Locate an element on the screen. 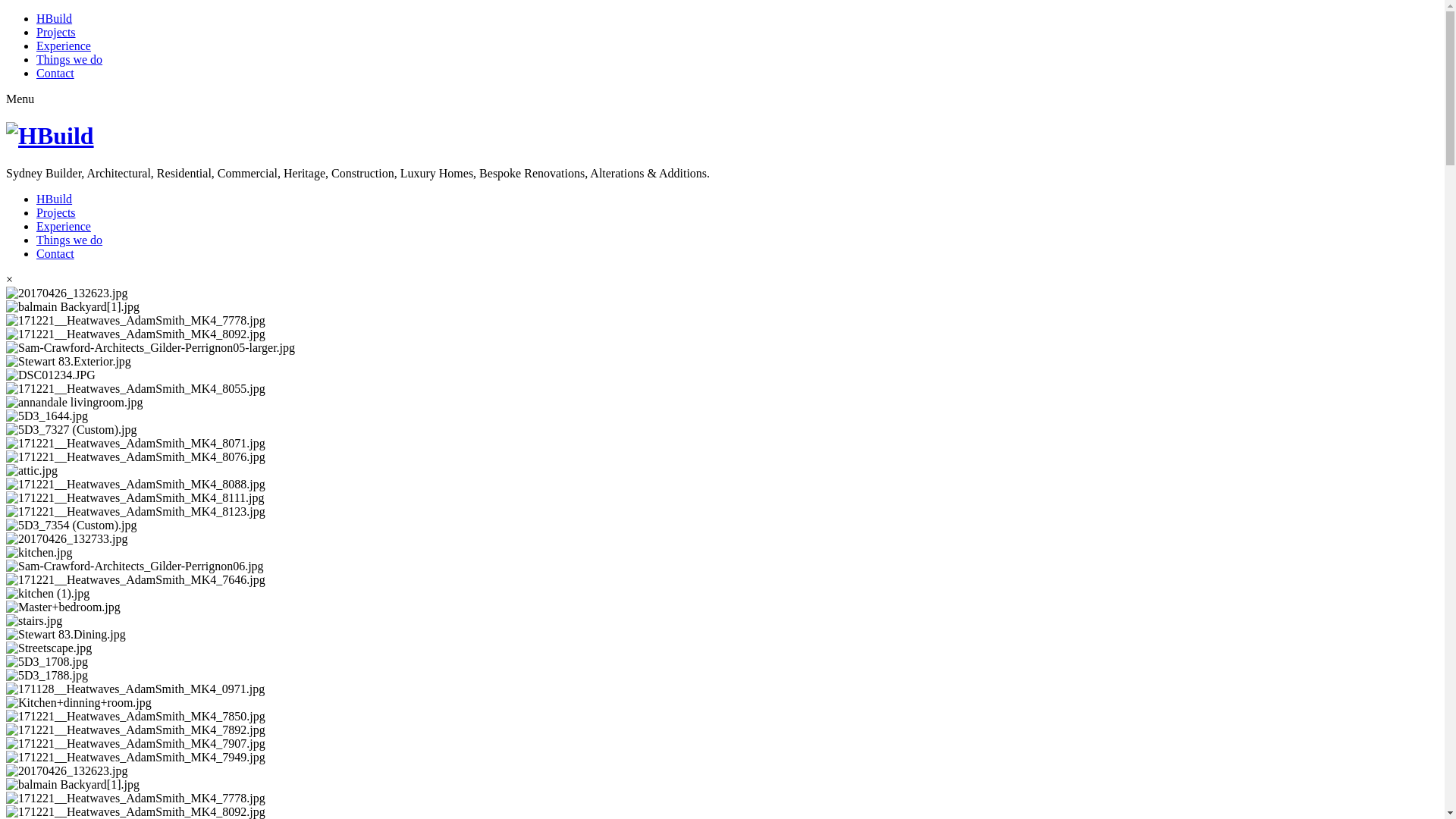 Image resolution: width=1456 pixels, height=819 pixels. 'Experience' is located at coordinates (62, 226).